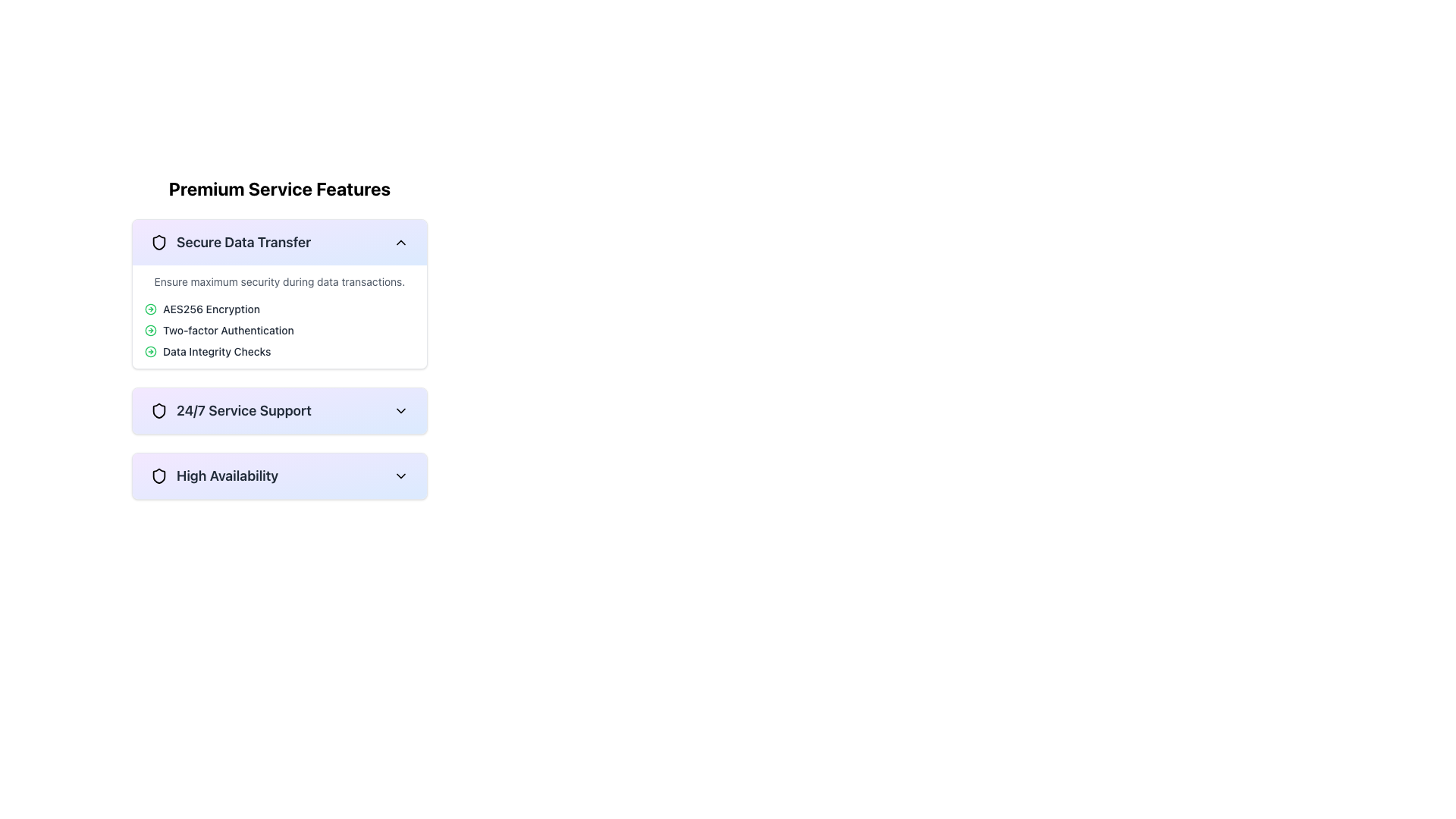 The height and width of the screenshot is (819, 1456). What do you see at coordinates (280, 329) in the screenshot?
I see `text of the List Item labeled 'Two-factor Authentication', which is styled in a medium-sized gray font and is the second item in the list under 'Secure Data Transfer'` at bounding box center [280, 329].